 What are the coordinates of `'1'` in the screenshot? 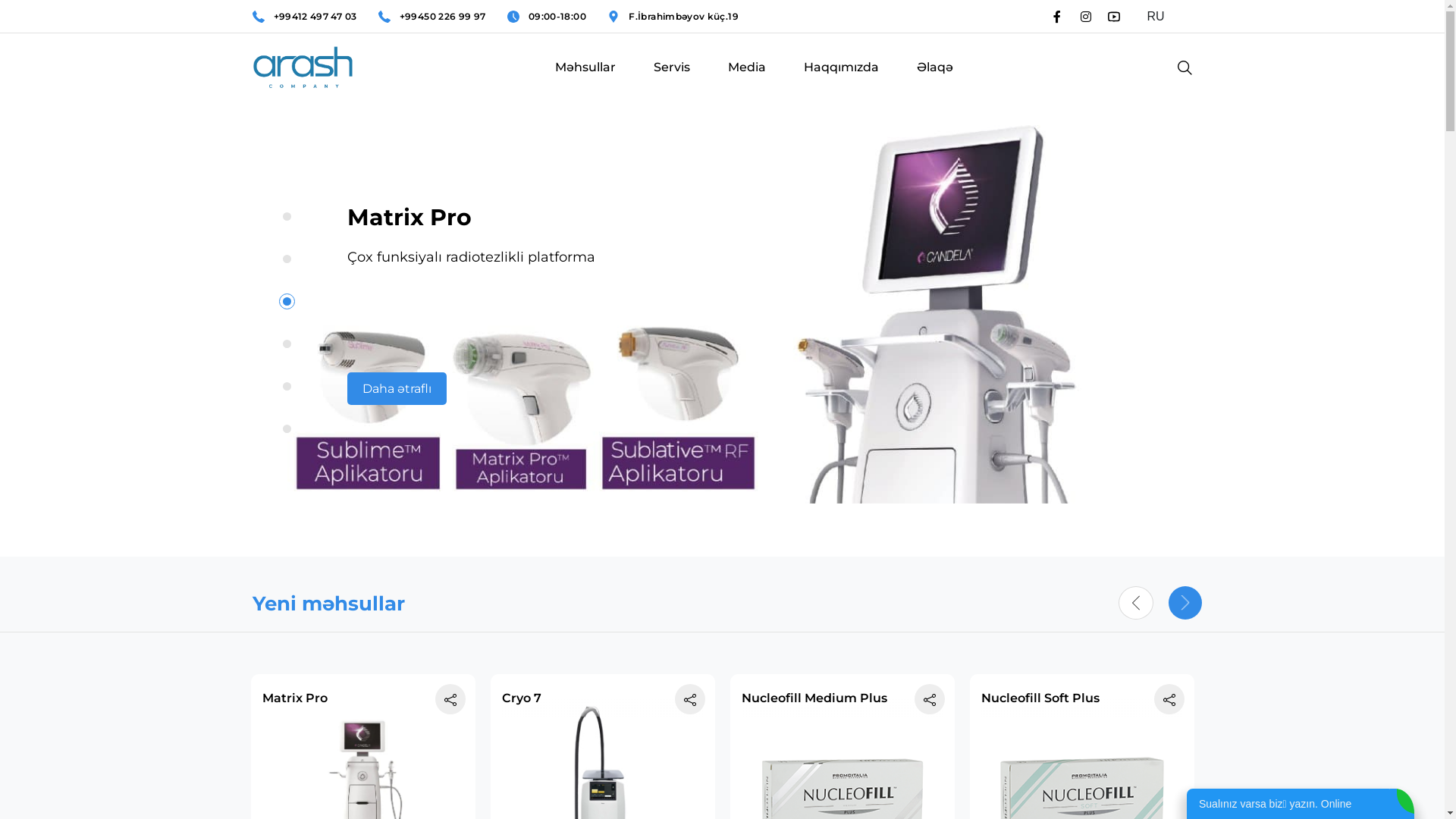 It's located at (286, 216).